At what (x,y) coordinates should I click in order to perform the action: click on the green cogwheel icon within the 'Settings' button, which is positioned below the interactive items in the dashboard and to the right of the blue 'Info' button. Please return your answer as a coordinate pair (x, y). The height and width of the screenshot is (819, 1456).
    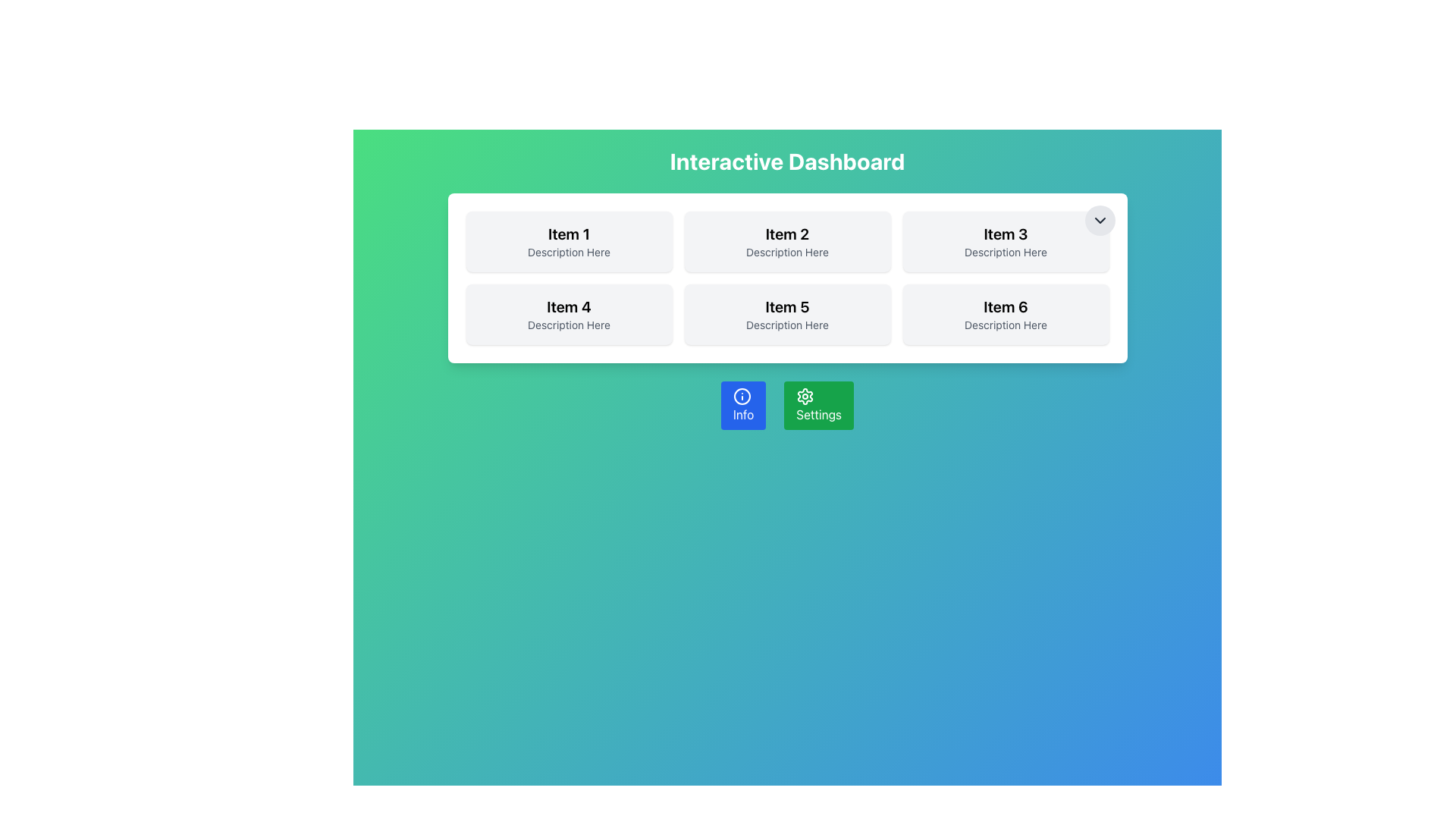
    Looking at the image, I should click on (805, 396).